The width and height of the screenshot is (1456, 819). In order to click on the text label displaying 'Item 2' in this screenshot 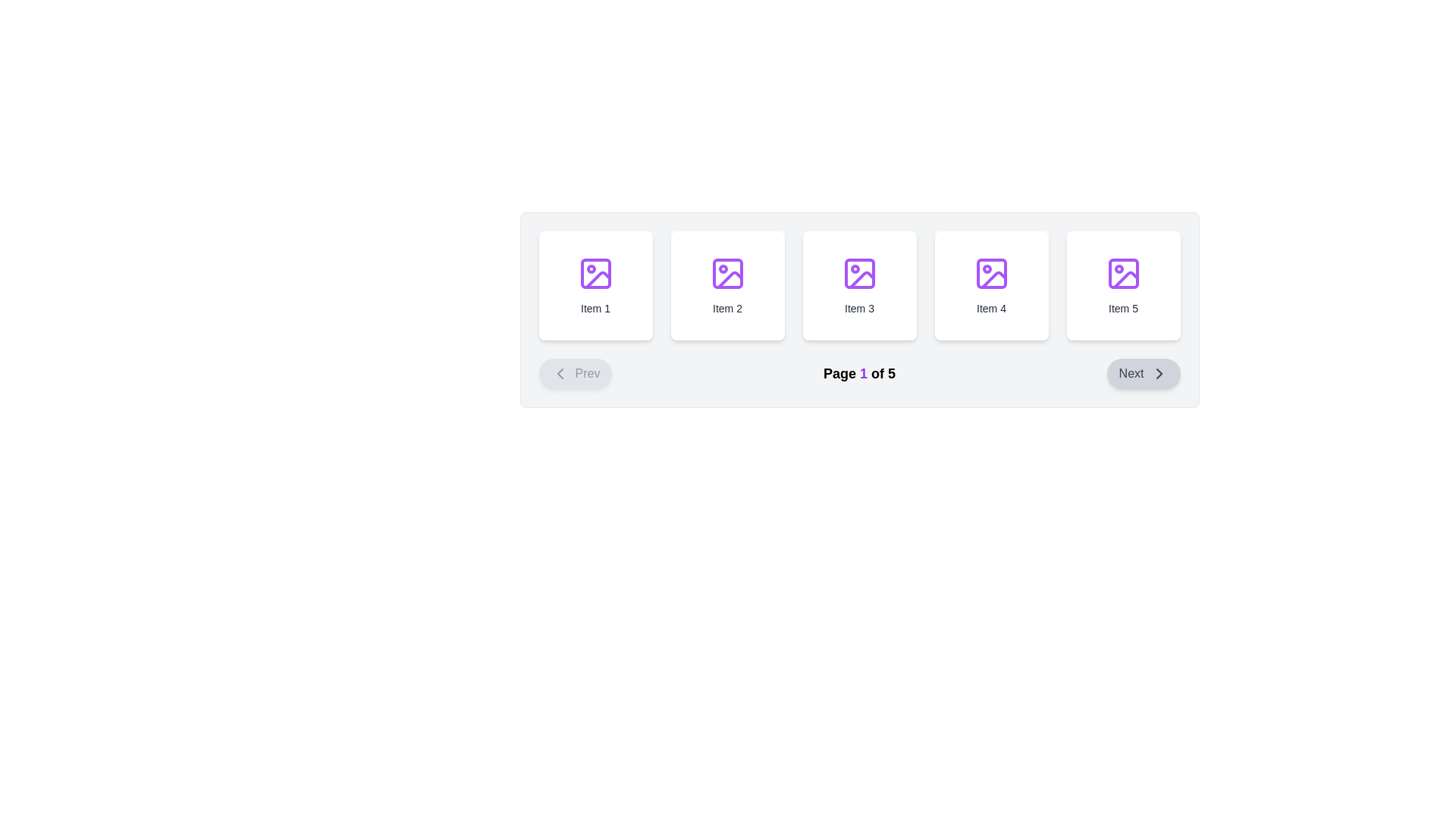, I will do `click(726, 308)`.